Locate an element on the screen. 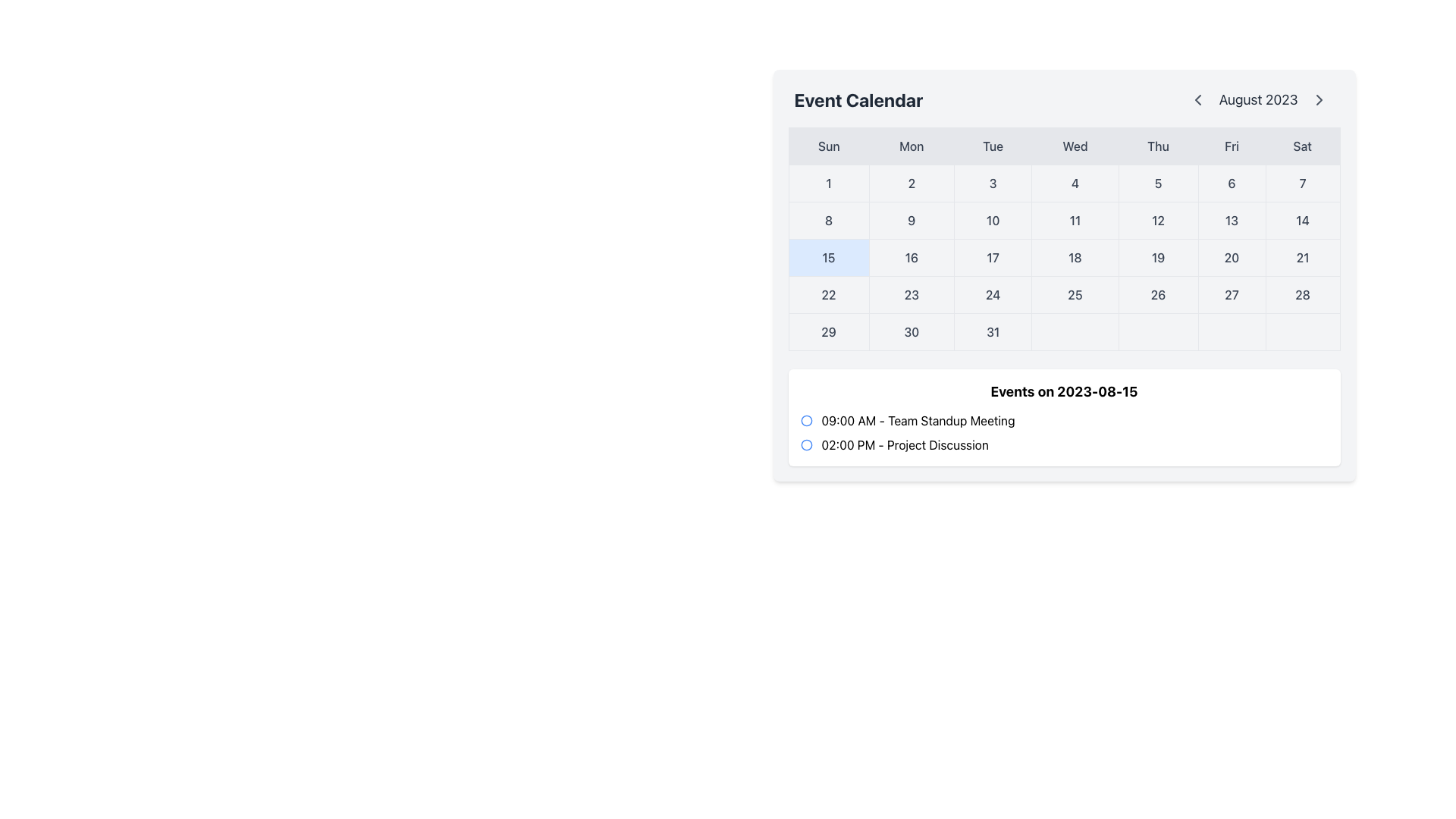 The width and height of the screenshot is (1456, 819). the static display text element showing '13' in the calendar grid, which is styled with a gray border and is centrally aligned is located at coordinates (1232, 220).